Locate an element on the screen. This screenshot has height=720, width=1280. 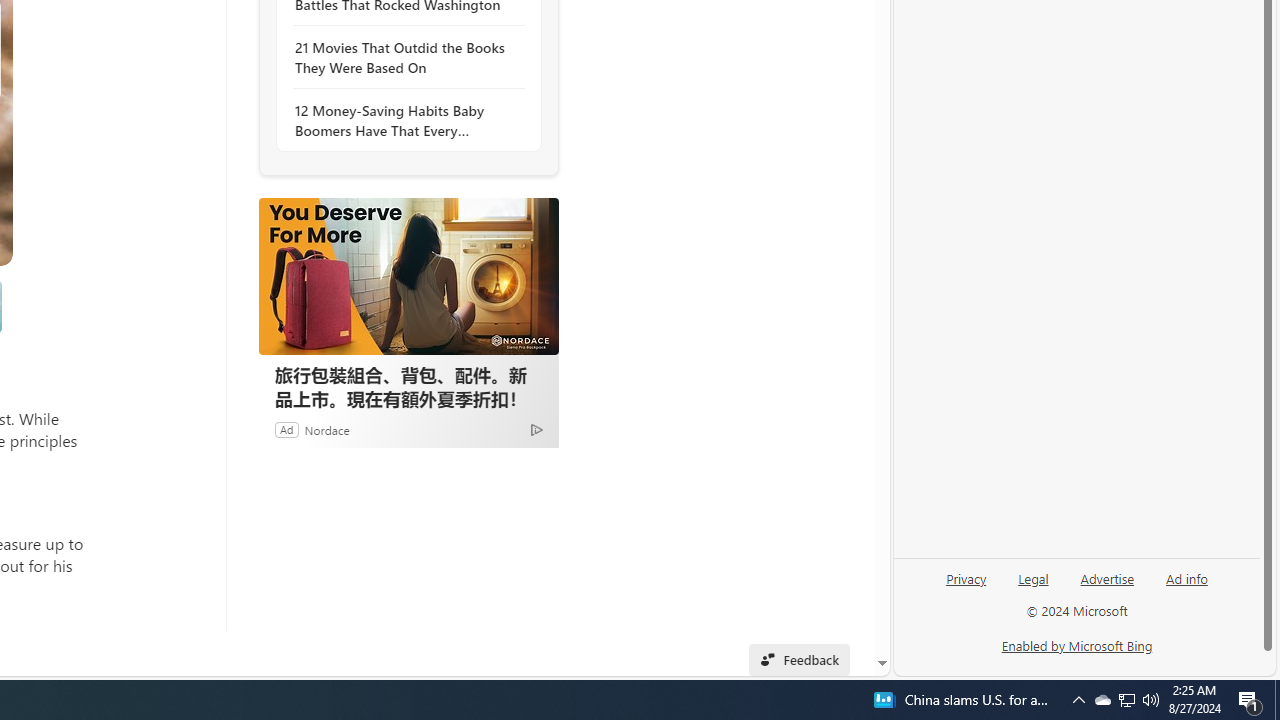
'Ad Choice' is located at coordinates (536, 428).